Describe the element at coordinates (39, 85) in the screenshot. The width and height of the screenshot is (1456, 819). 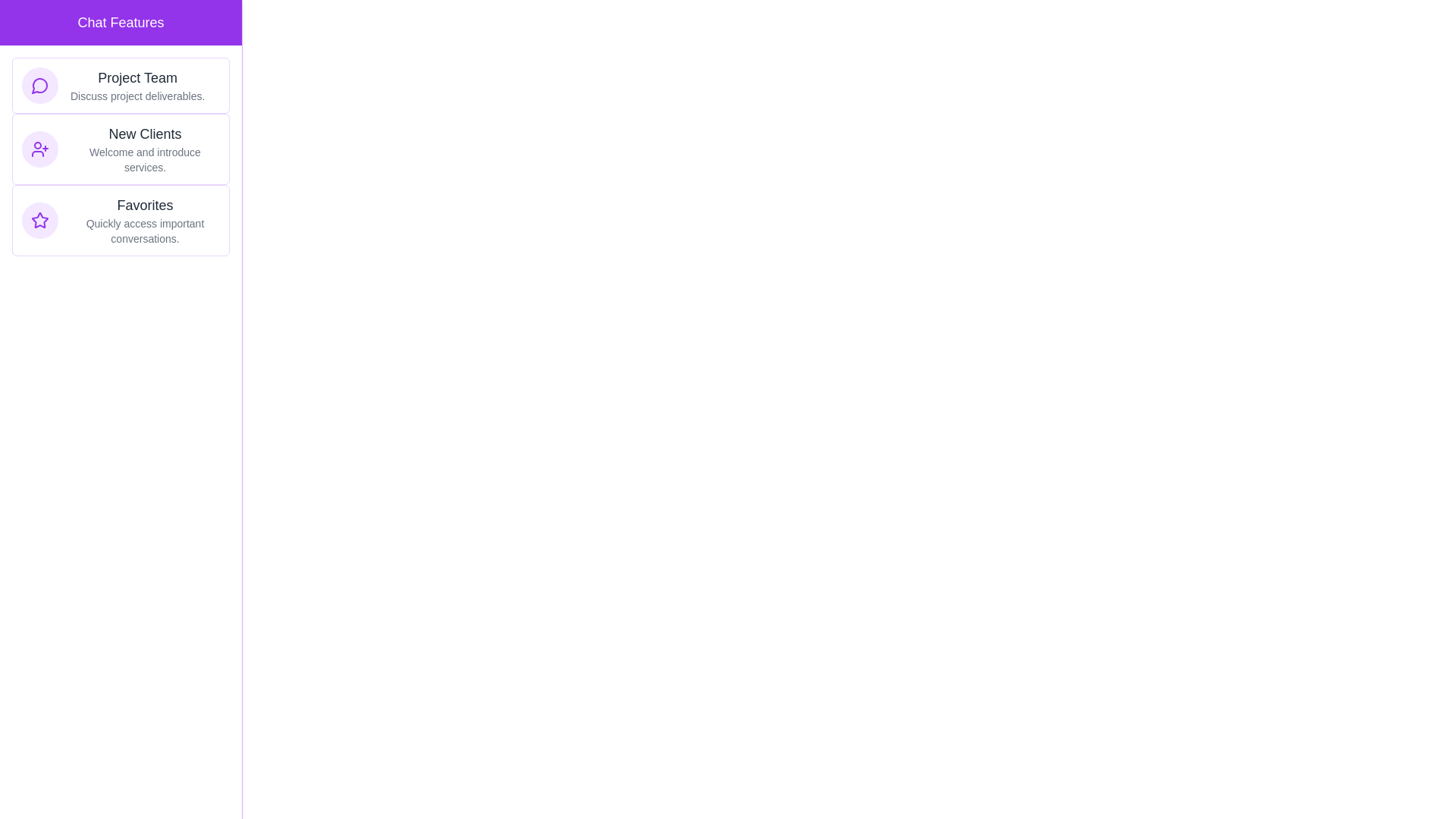
I see `the icon for Project Team` at that location.